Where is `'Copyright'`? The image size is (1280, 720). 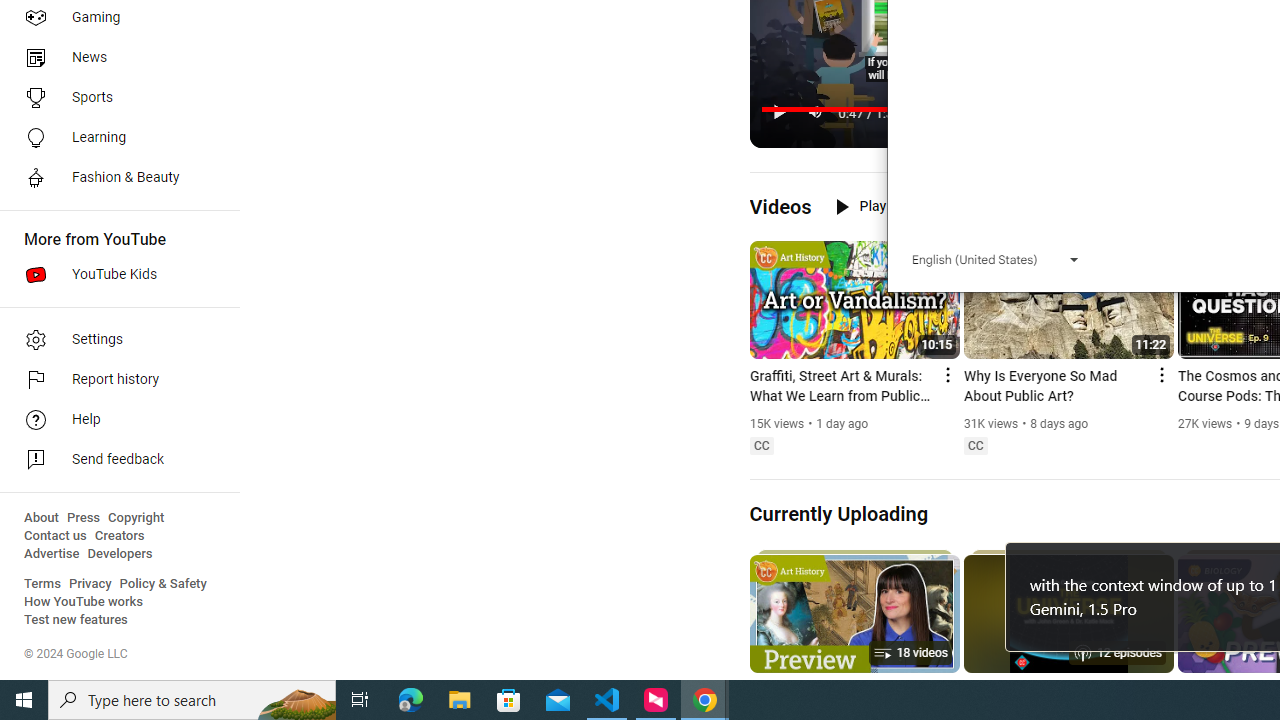
'Copyright' is located at coordinates (135, 517).